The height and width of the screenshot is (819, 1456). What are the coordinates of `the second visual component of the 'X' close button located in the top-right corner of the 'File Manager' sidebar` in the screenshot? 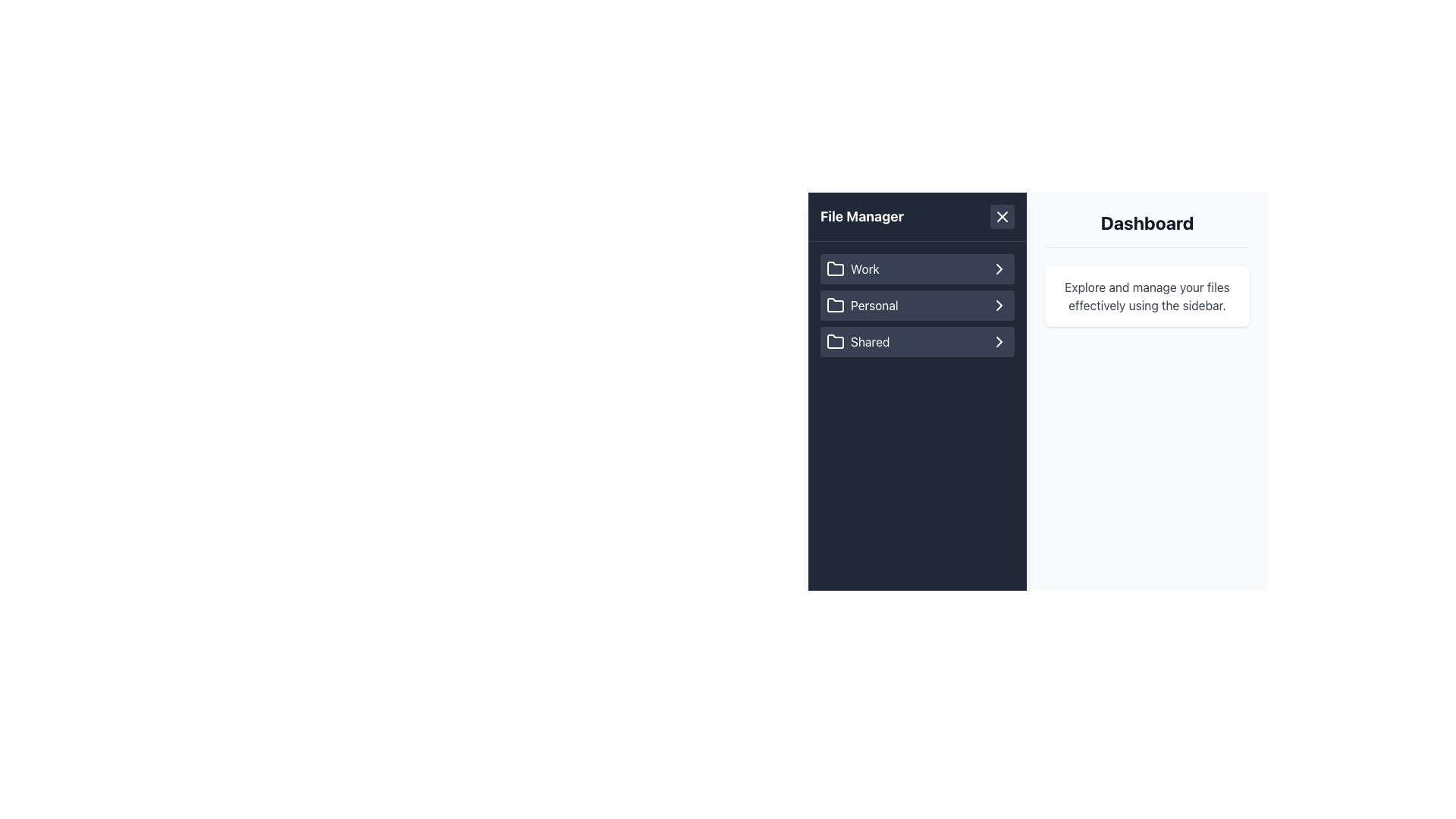 It's located at (1002, 216).